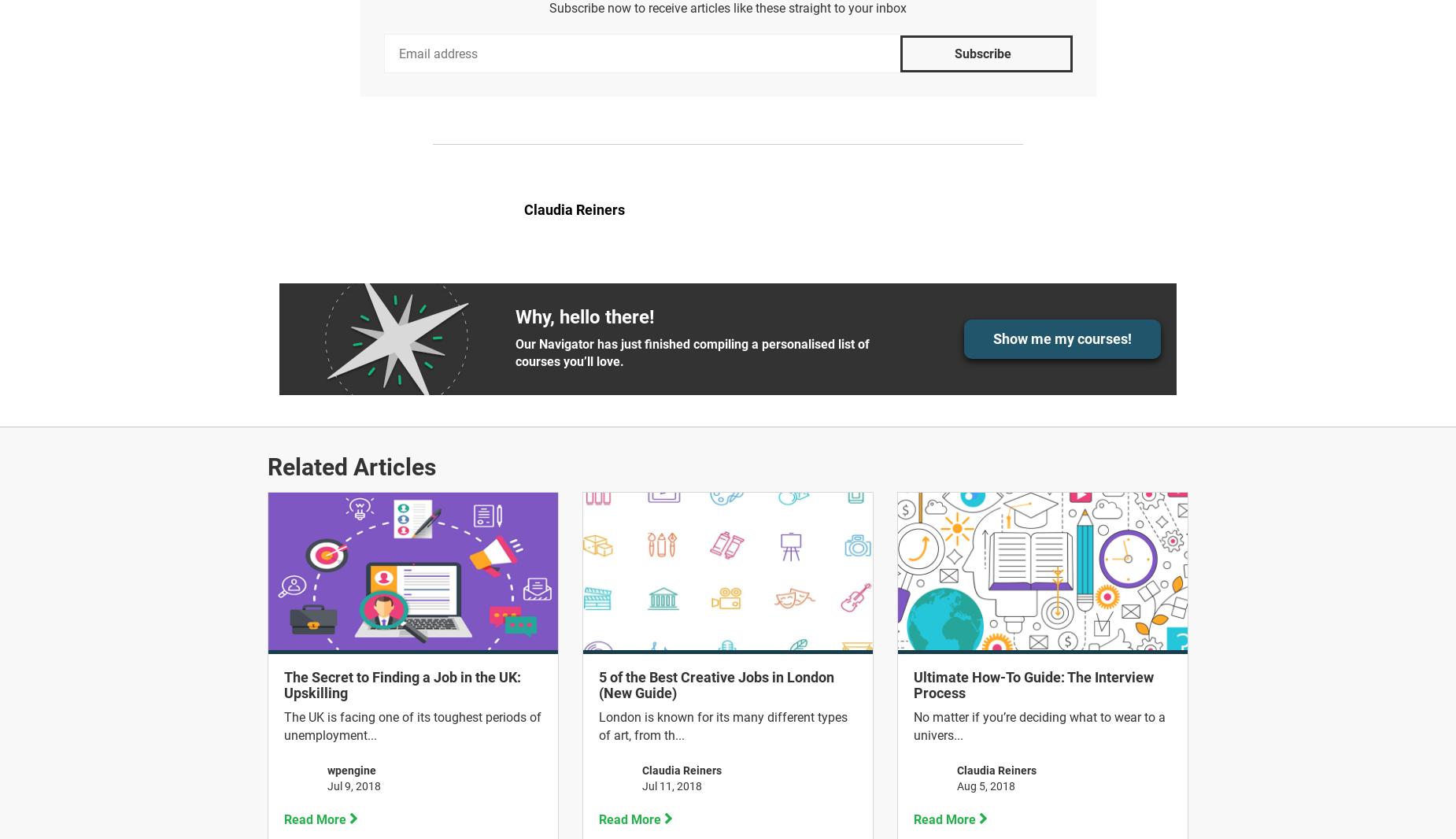 The image size is (1456, 839). What do you see at coordinates (402, 685) in the screenshot?
I see `'The Secret to Finding a Job in the UK: Upskilling'` at bounding box center [402, 685].